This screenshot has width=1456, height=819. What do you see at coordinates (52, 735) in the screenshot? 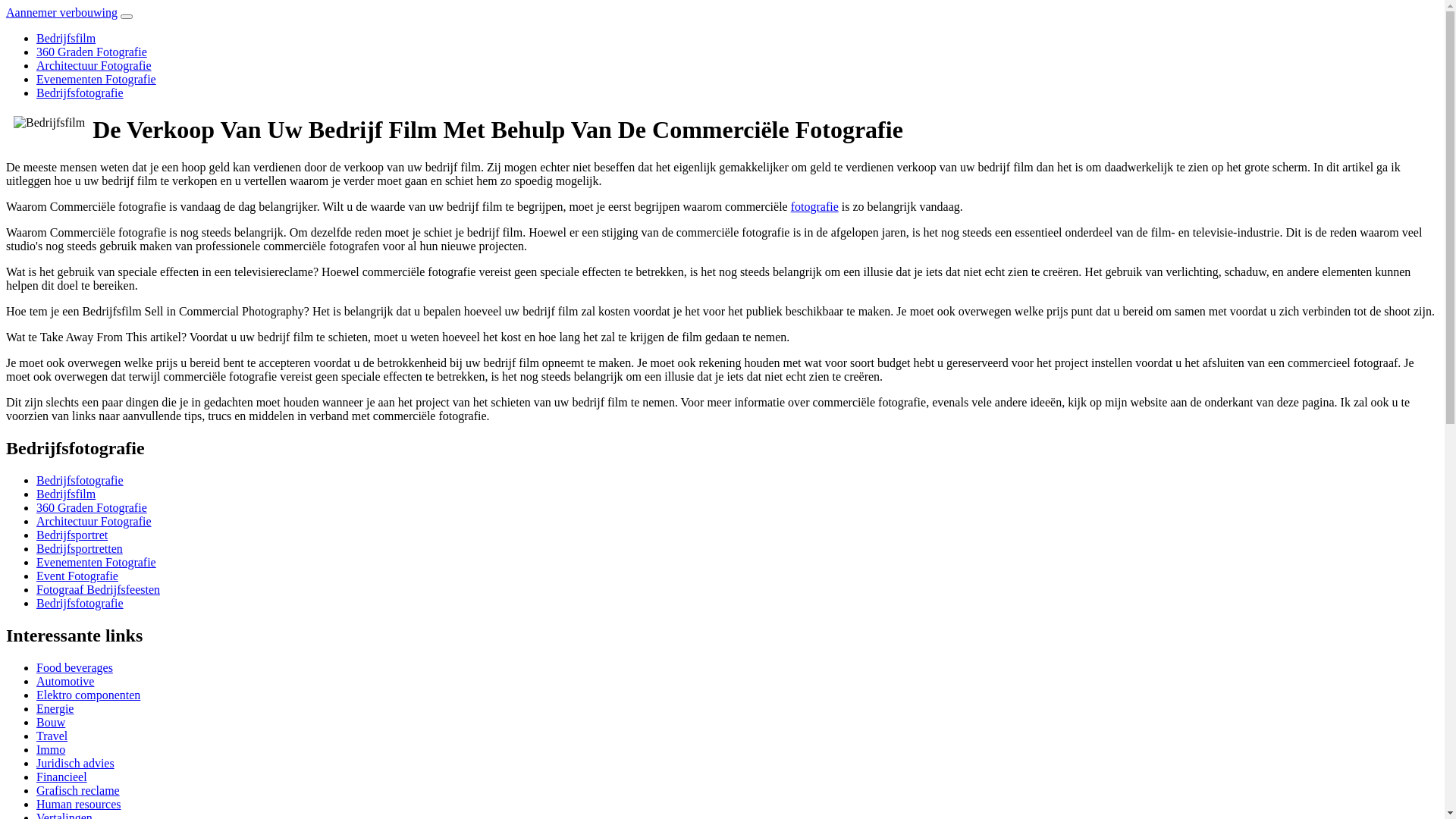
I see `'Travel'` at bounding box center [52, 735].